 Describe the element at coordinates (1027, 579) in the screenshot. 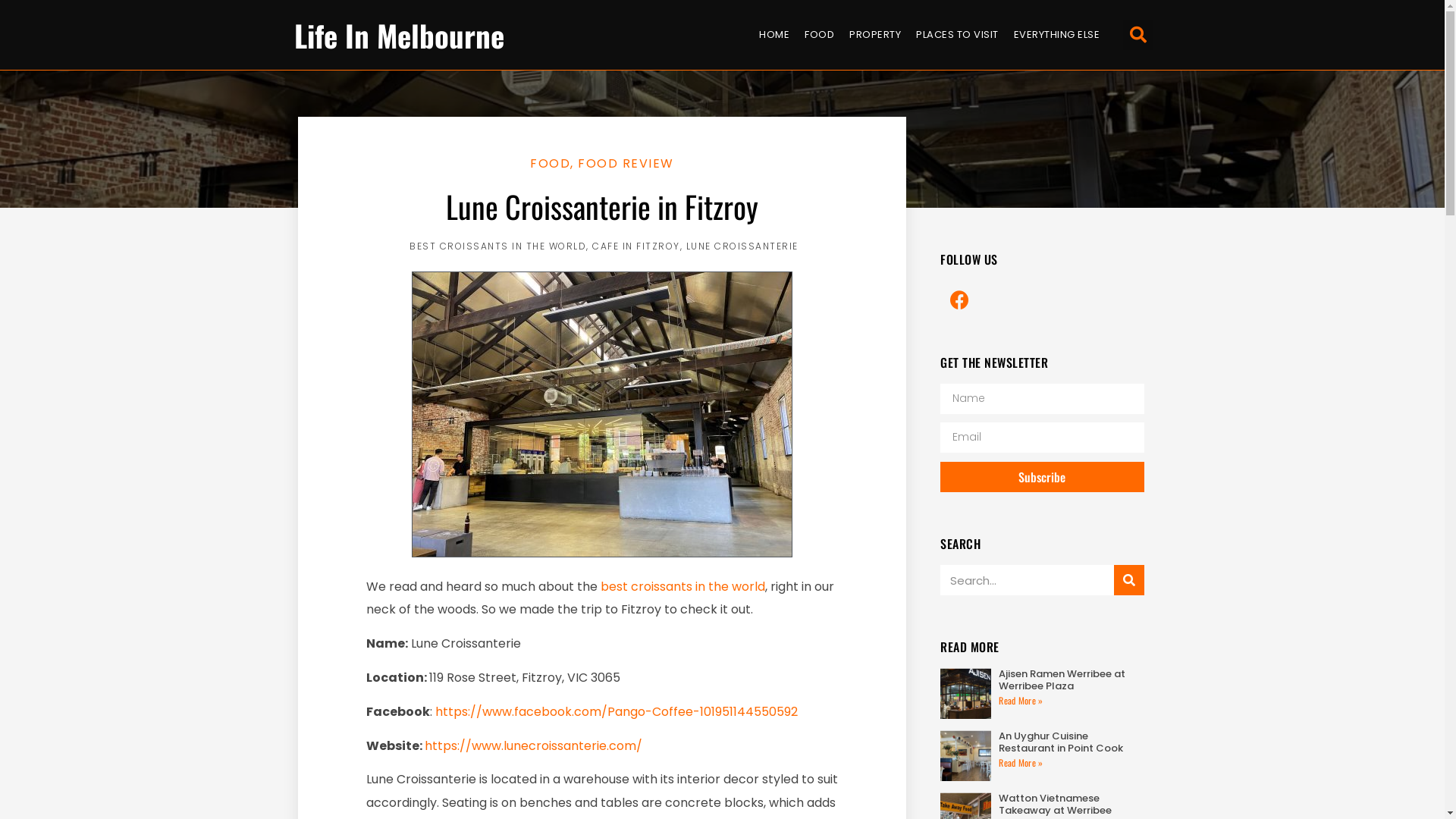

I see `'Search'` at that location.